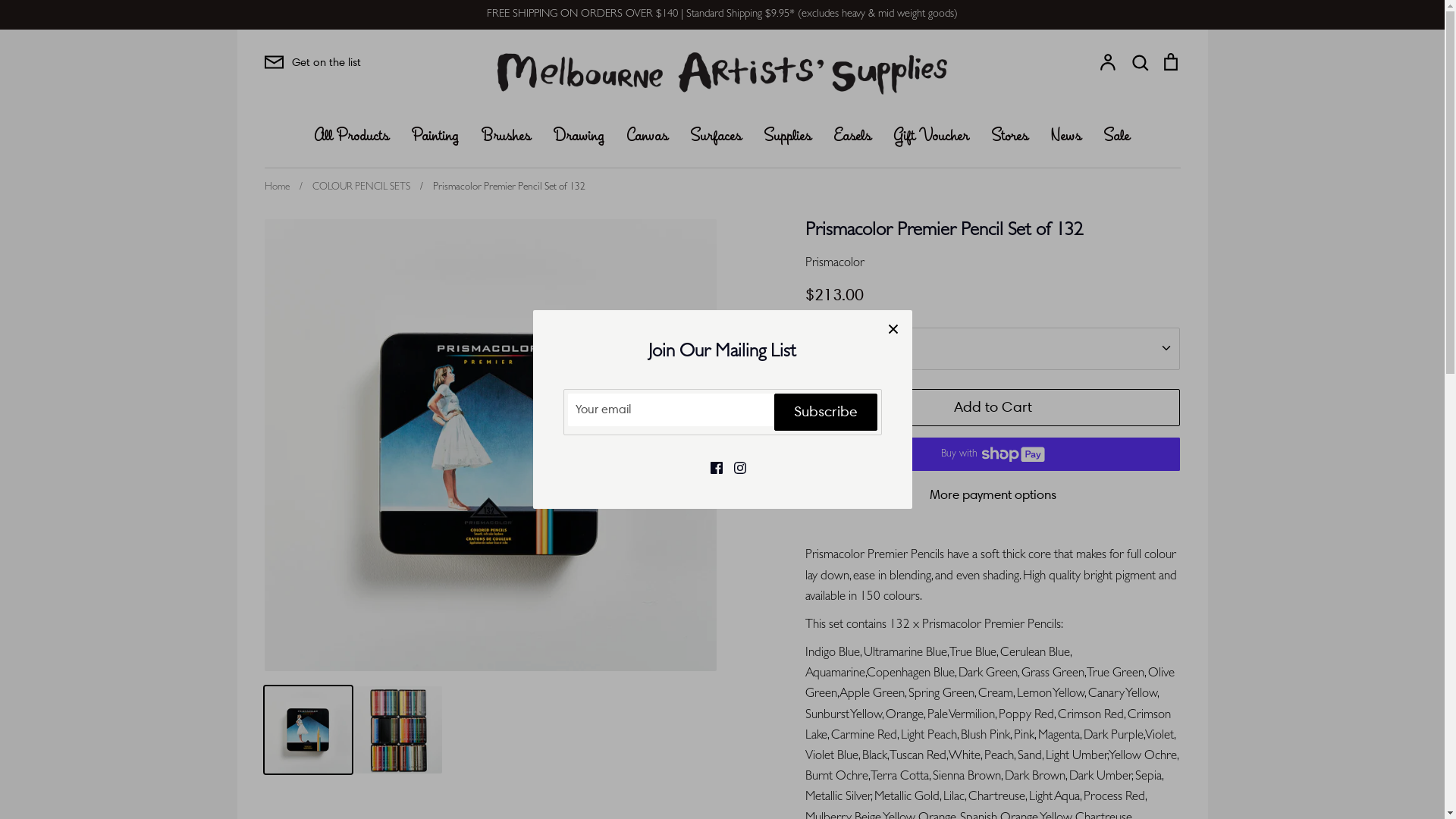  Describe the element at coordinates (690, 136) in the screenshot. I see `'Surfaces'` at that location.